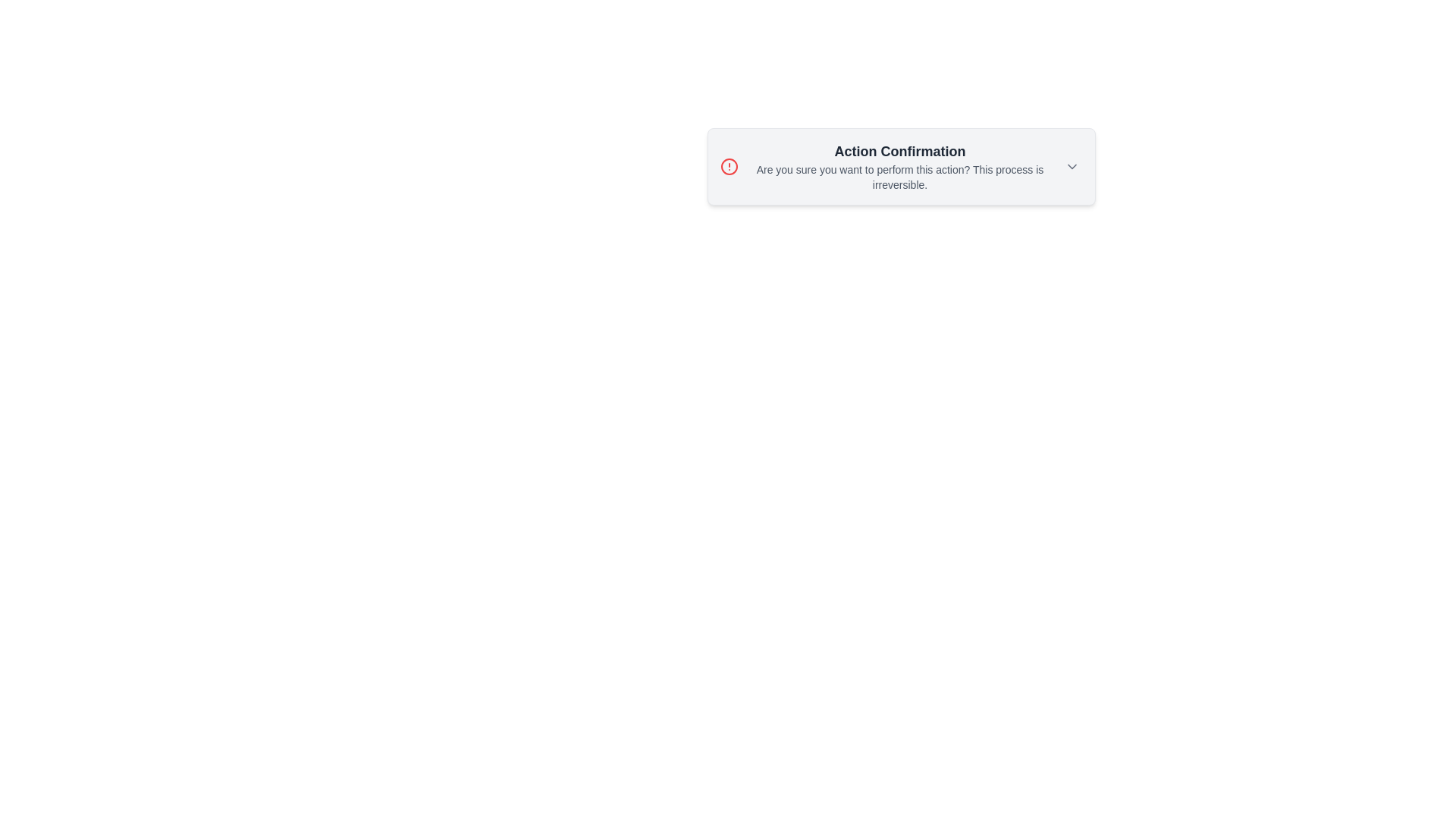 This screenshot has height=819, width=1456. I want to click on the Dropdown toggle button located at the top-right corner of the 'Action Confirmation' dialog box, adjacent to the descriptive text, so click(1072, 166).